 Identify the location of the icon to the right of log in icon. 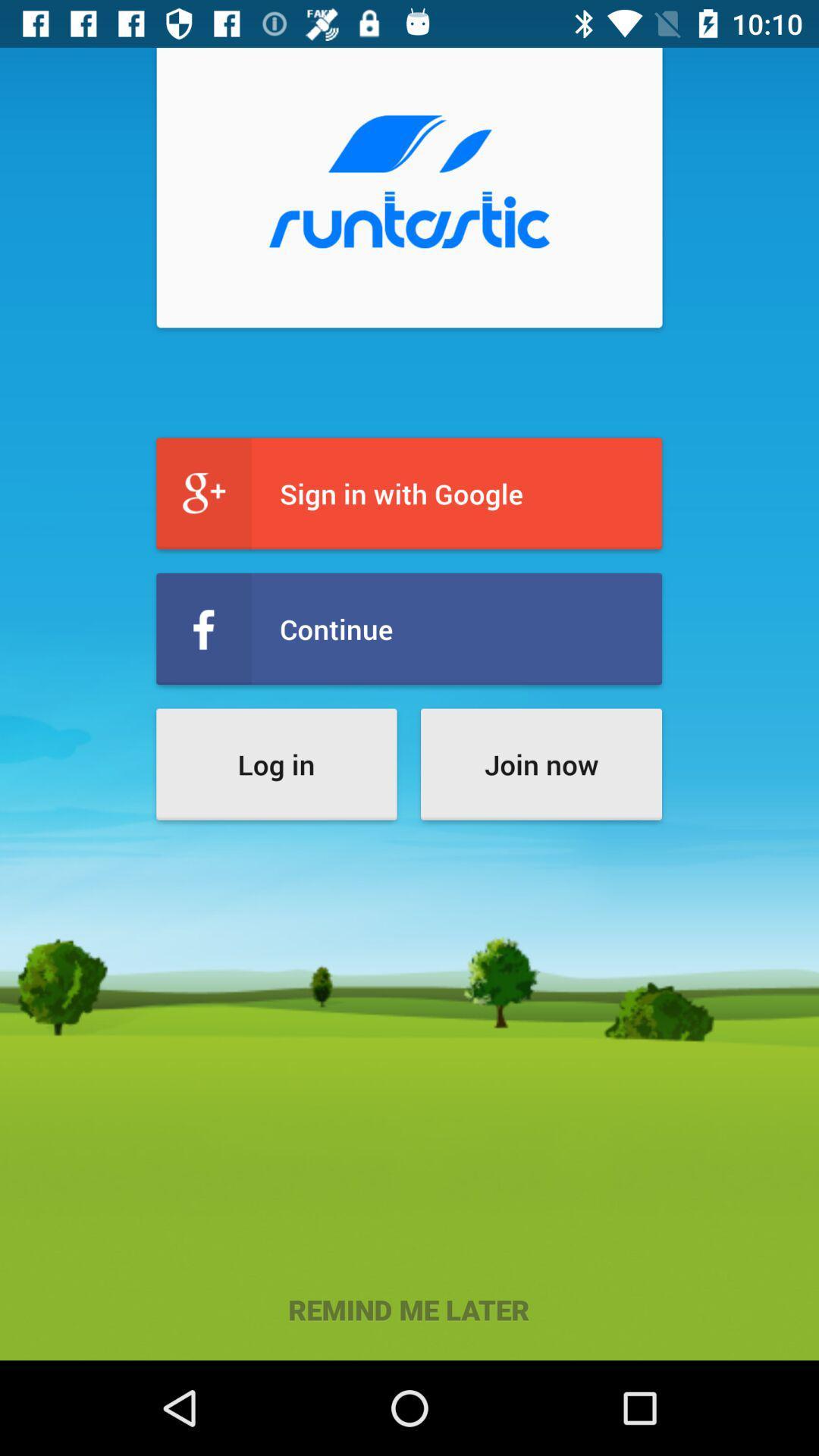
(540, 764).